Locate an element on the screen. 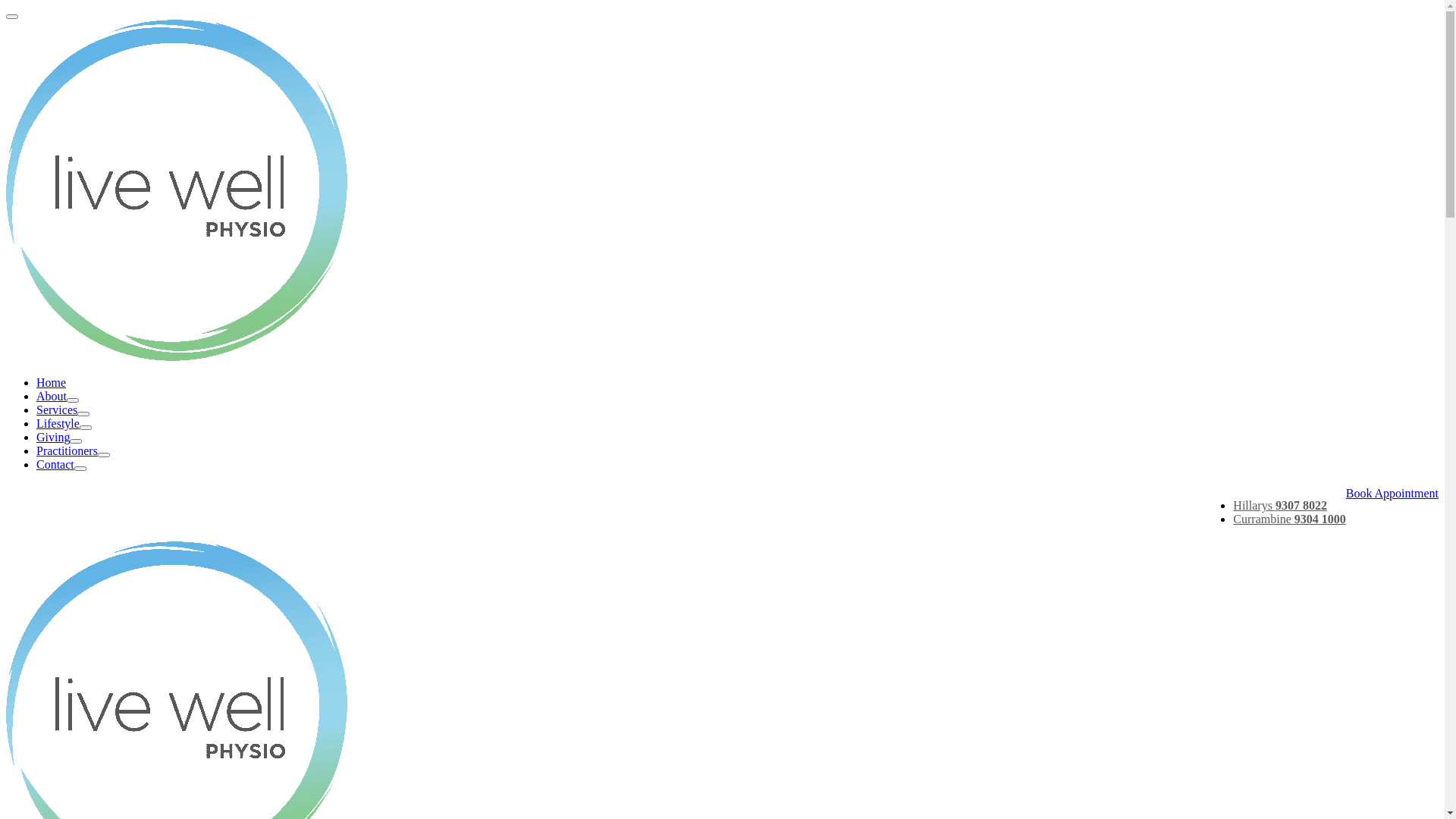 The image size is (1456, 819). 'Lifestyle' is located at coordinates (63, 423).